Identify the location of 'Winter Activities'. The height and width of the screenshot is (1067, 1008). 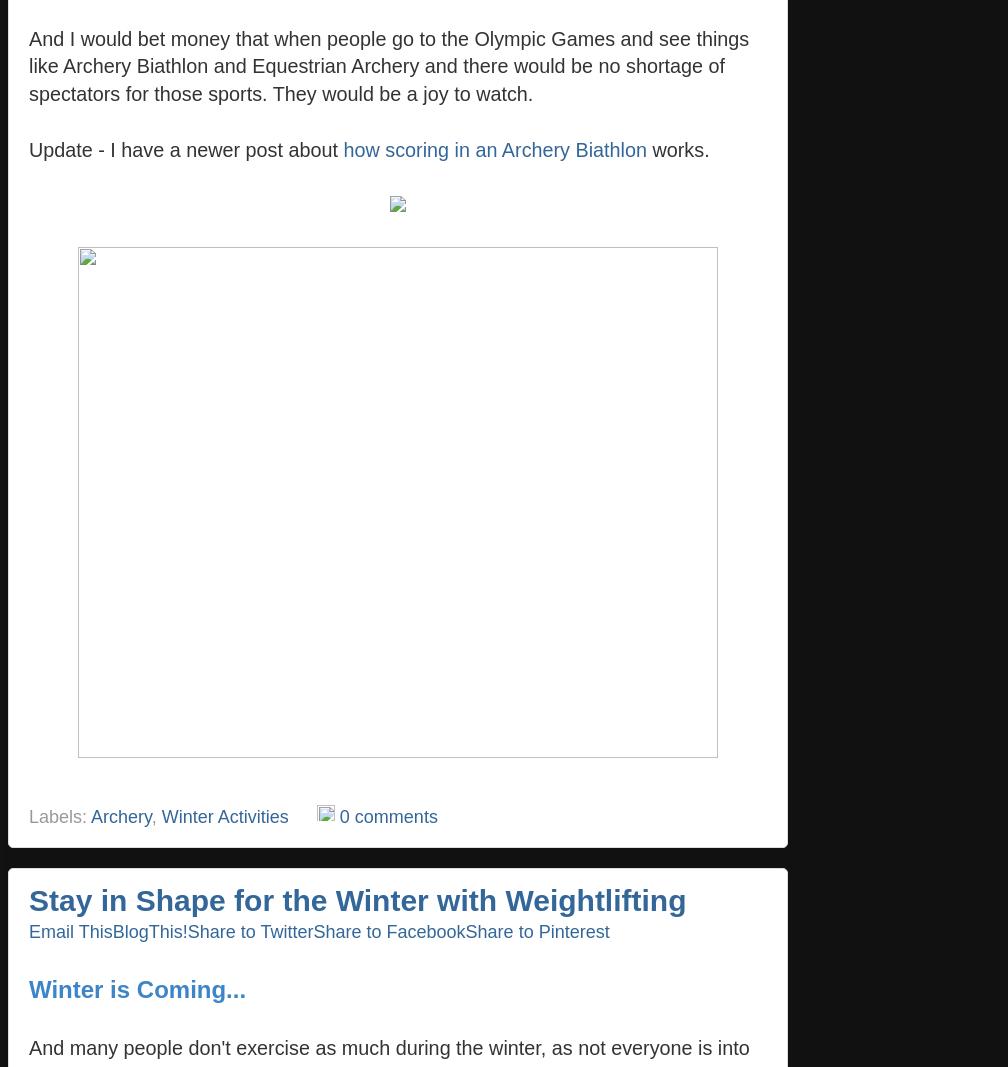
(224, 815).